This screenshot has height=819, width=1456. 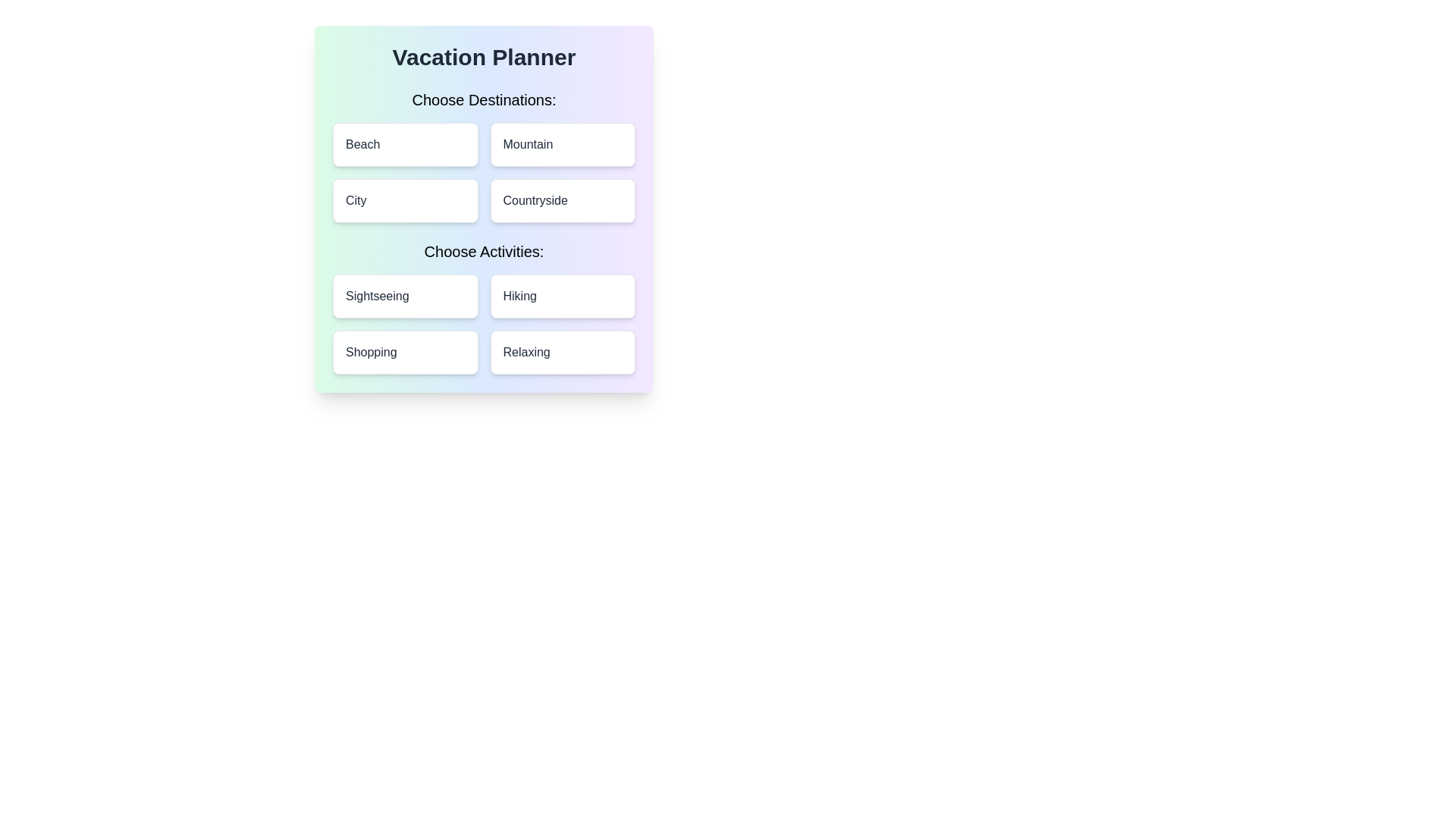 What do you see at coordinates (483, 250) in the screenshot?
I see `the header text displaying 'Choose Activities:' which is located above the grid of buttons in a card-styled layout` at bounding box center [483, 250].